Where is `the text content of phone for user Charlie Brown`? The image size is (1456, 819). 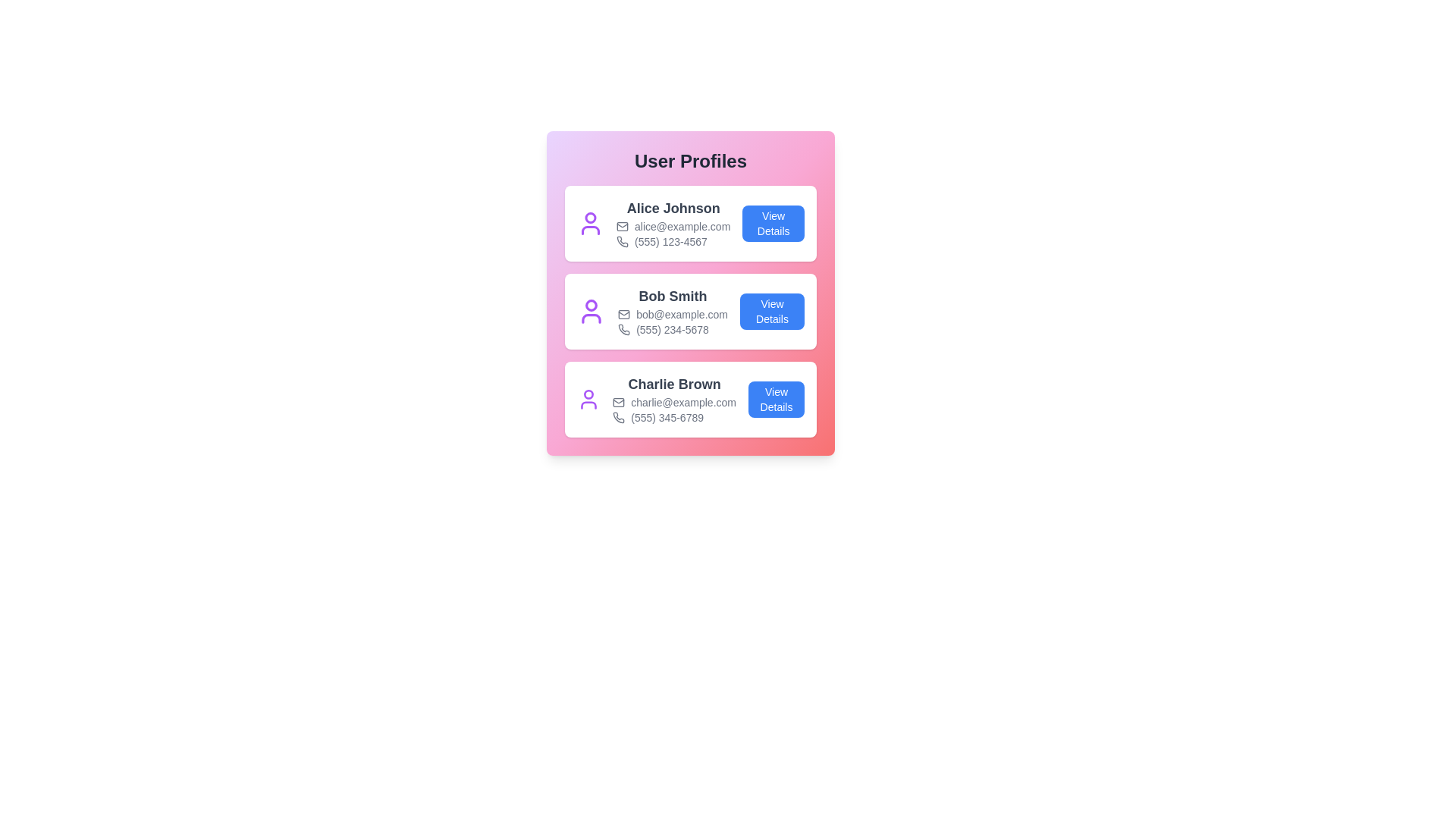
the text content of phone for user Charlie Brown is located at coordinates (673, 418).